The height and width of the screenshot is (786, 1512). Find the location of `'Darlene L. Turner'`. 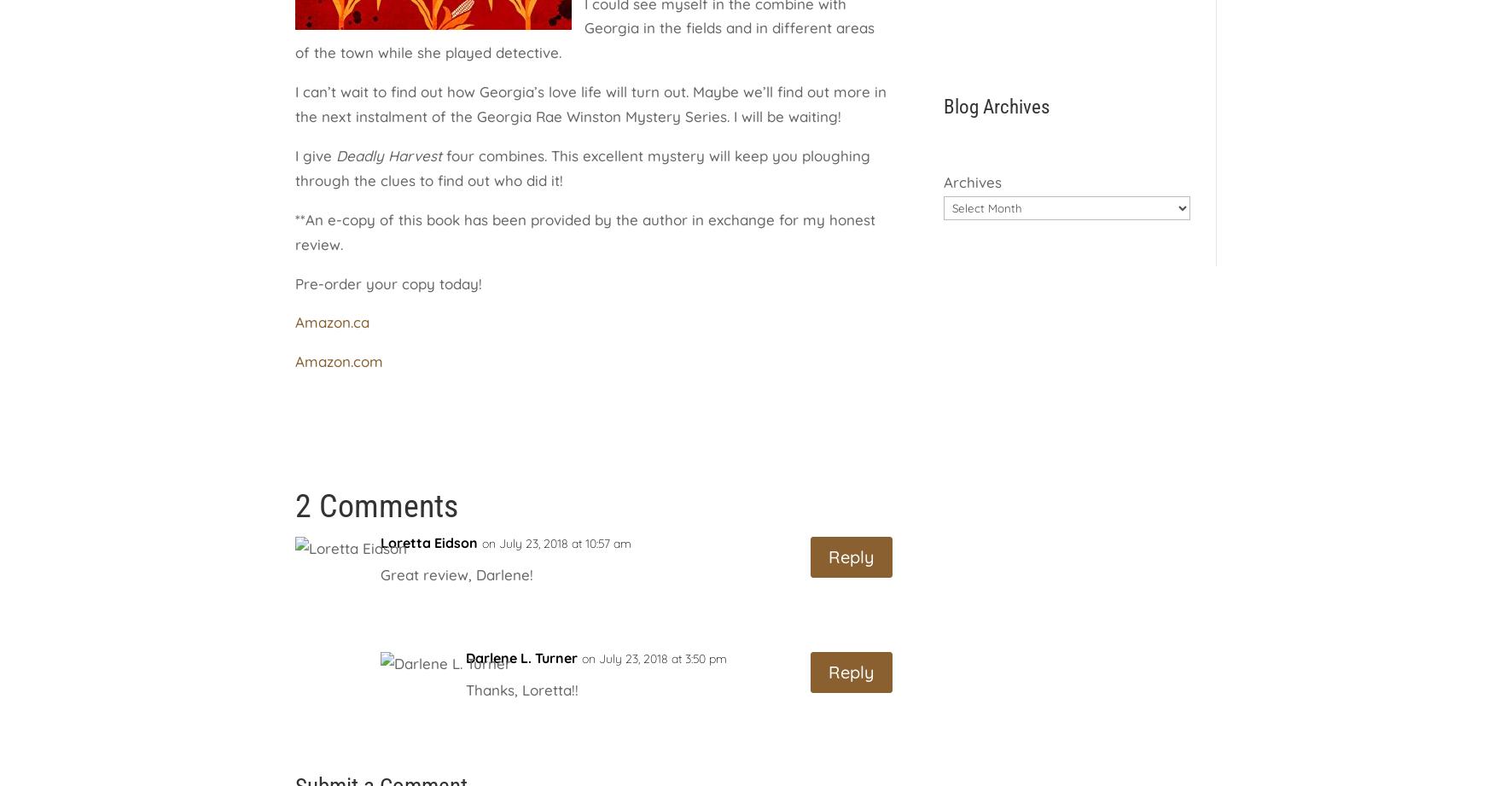

'Darlene L. Turner' is located at coordinates (521, 656).